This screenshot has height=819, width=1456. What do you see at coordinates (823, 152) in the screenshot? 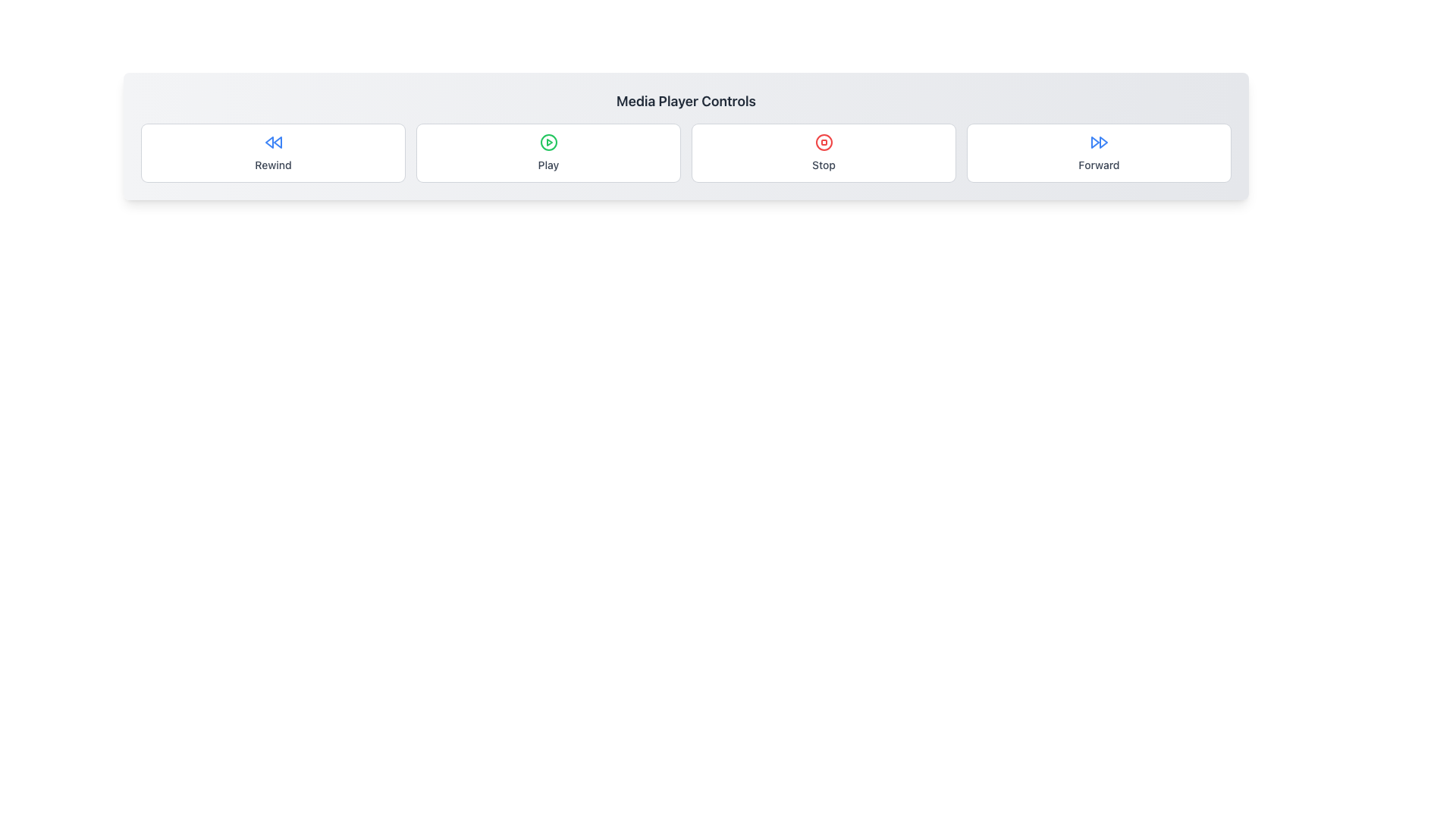
I see `the stop button, which is the third button in a sequence of four, to trigger visual feedback` at bounding box center [823, 152].